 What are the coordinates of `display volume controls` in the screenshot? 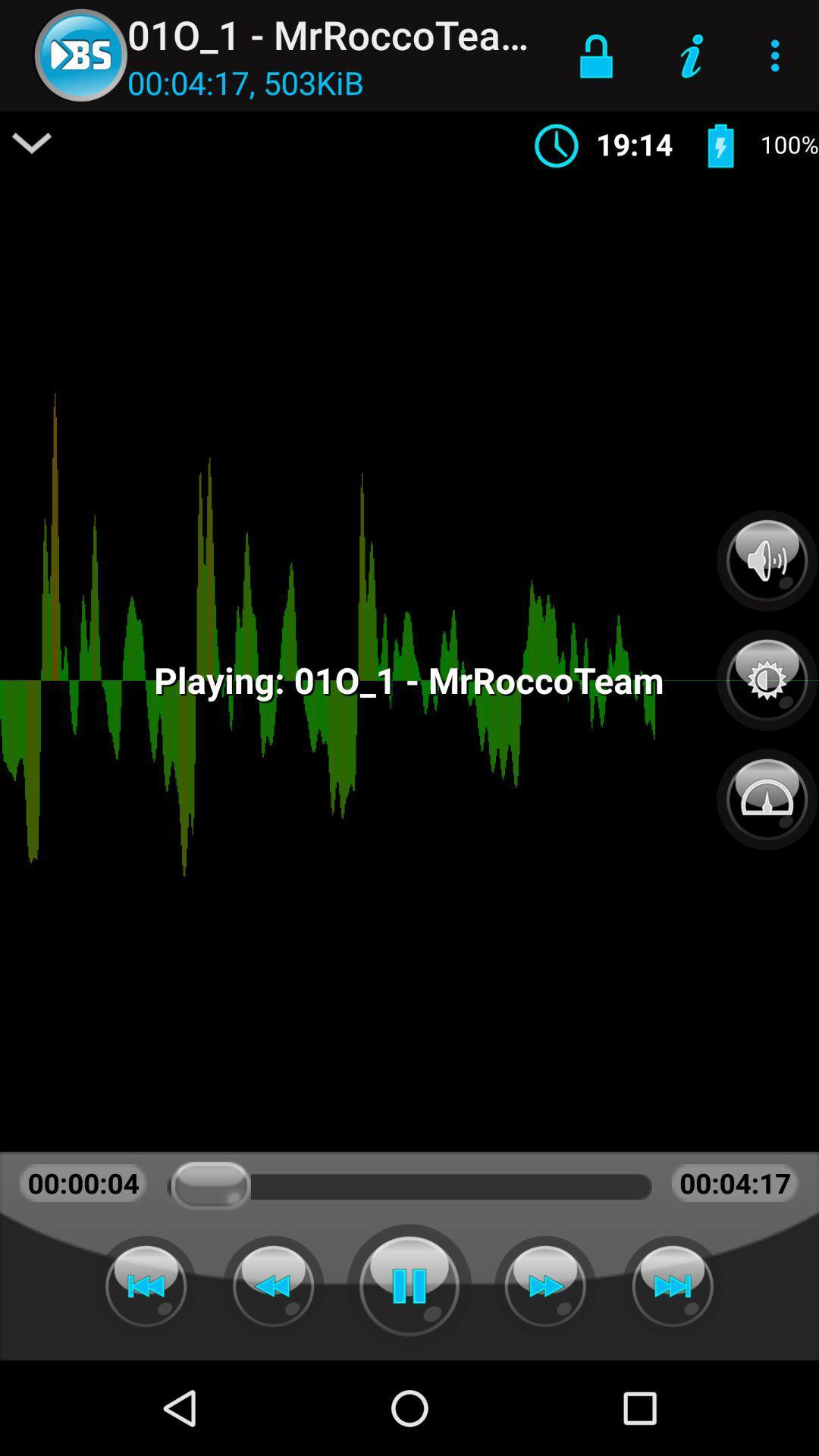 It's located at (767, 560).